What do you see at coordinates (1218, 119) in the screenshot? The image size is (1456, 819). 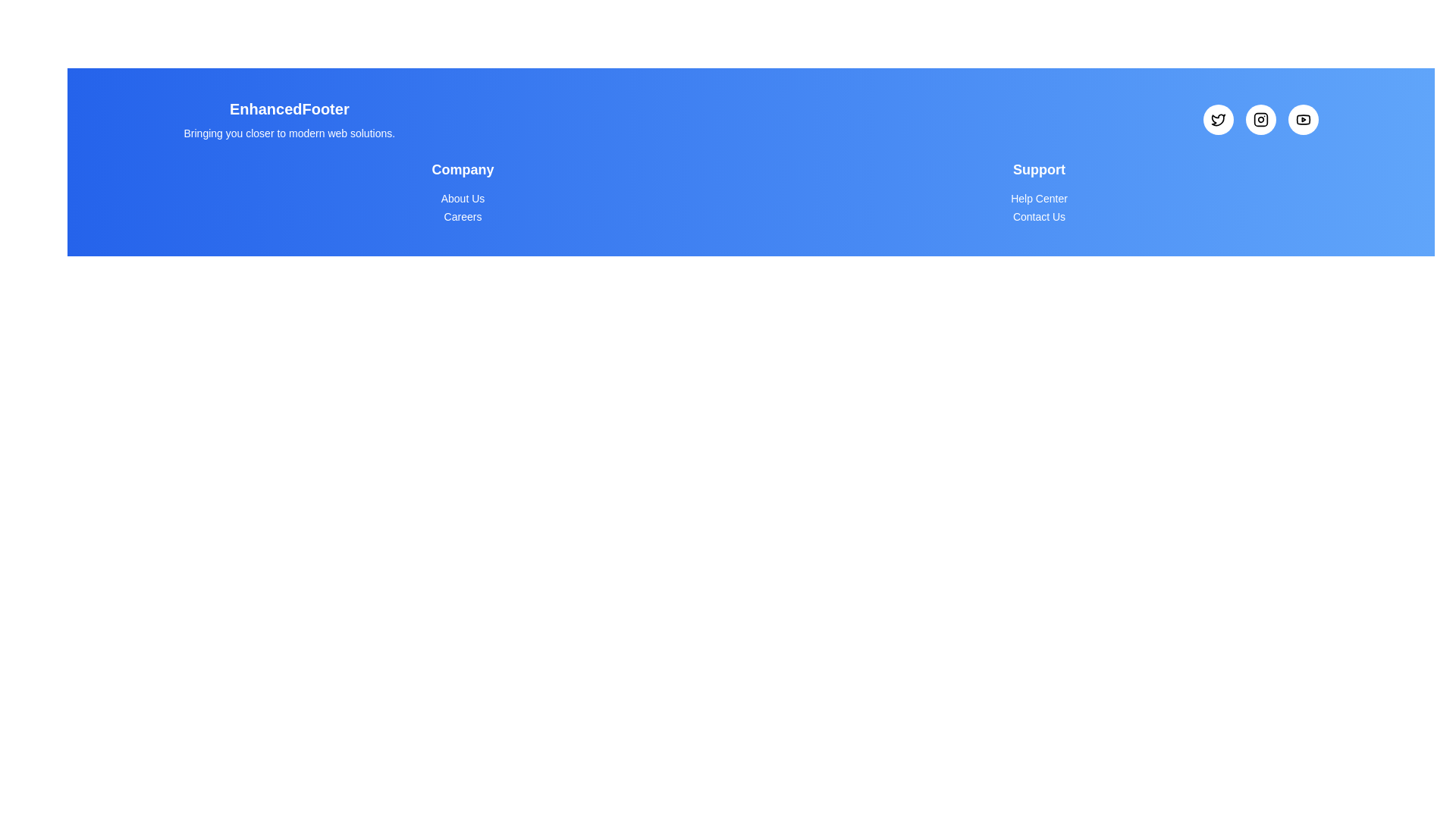 I see `the circular Twitter button with a white background and black Twitter icon to trigger visual feedback` at bounding box center [1218, 119].